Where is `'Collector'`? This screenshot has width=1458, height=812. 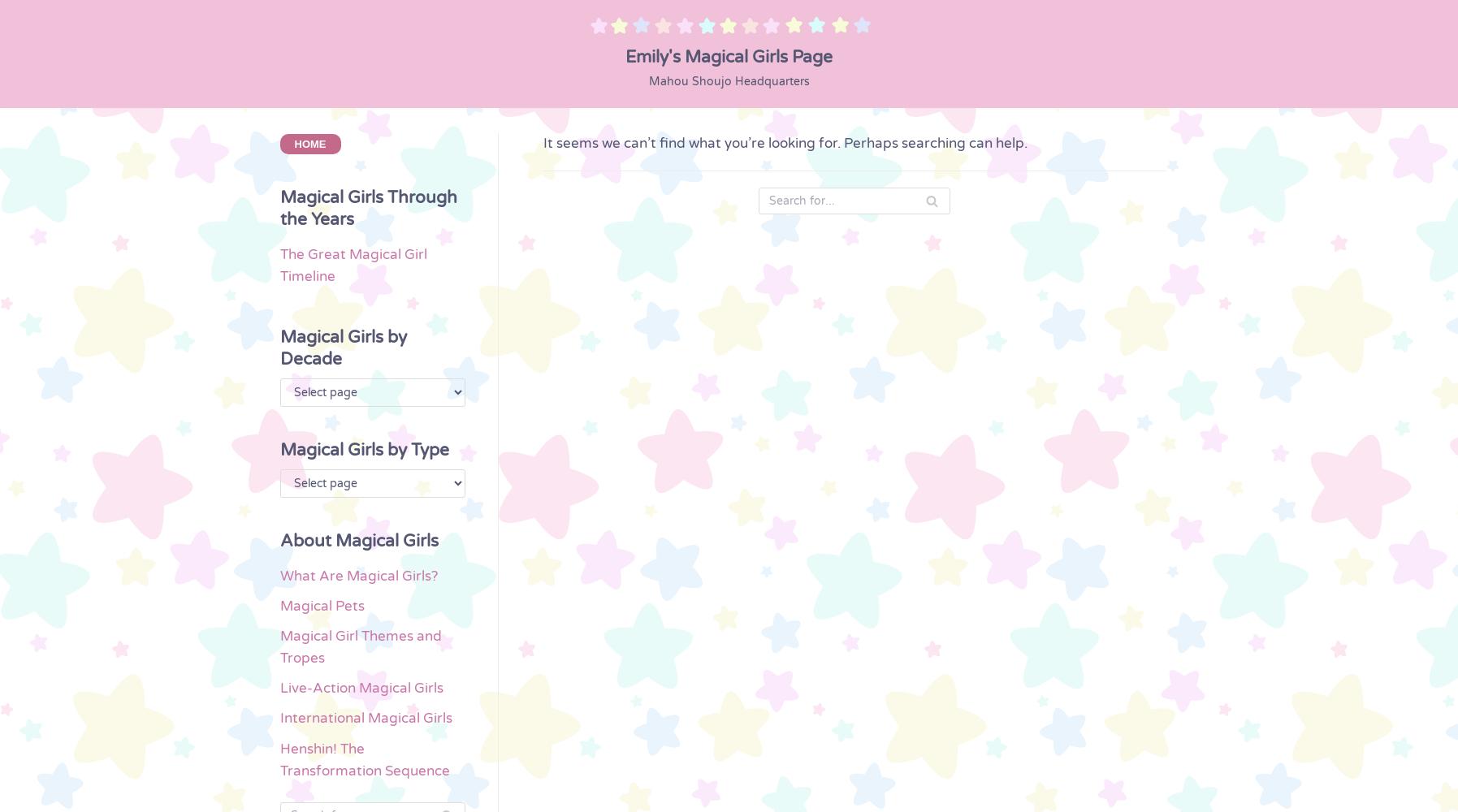
'Collector' is located at coordinates (56, 490).